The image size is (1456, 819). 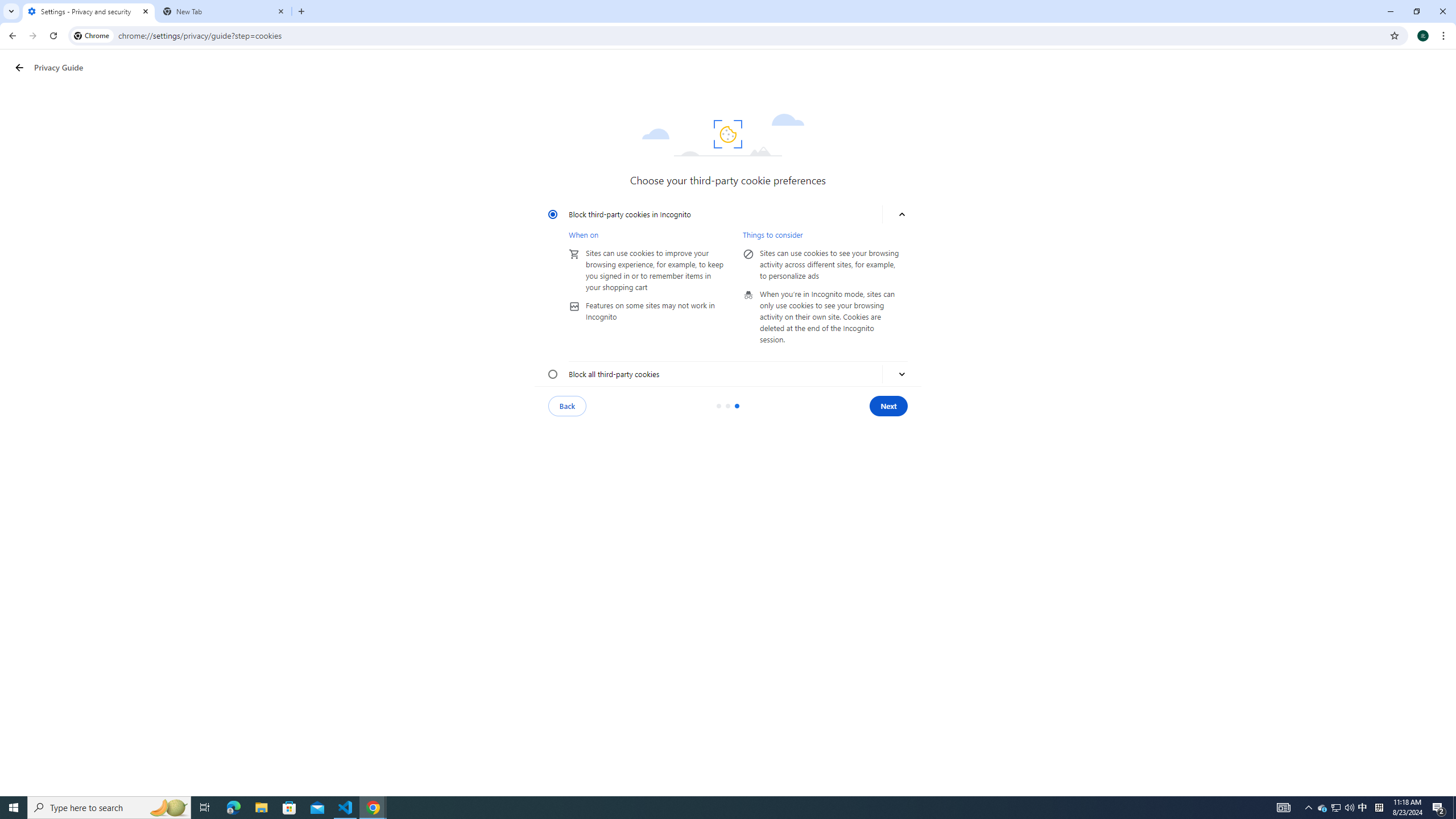 What do you see at coordinates (901, 374) in the screenshot?
I see `'More about blocking third-party cookies'` at bounding box center [901, 374].